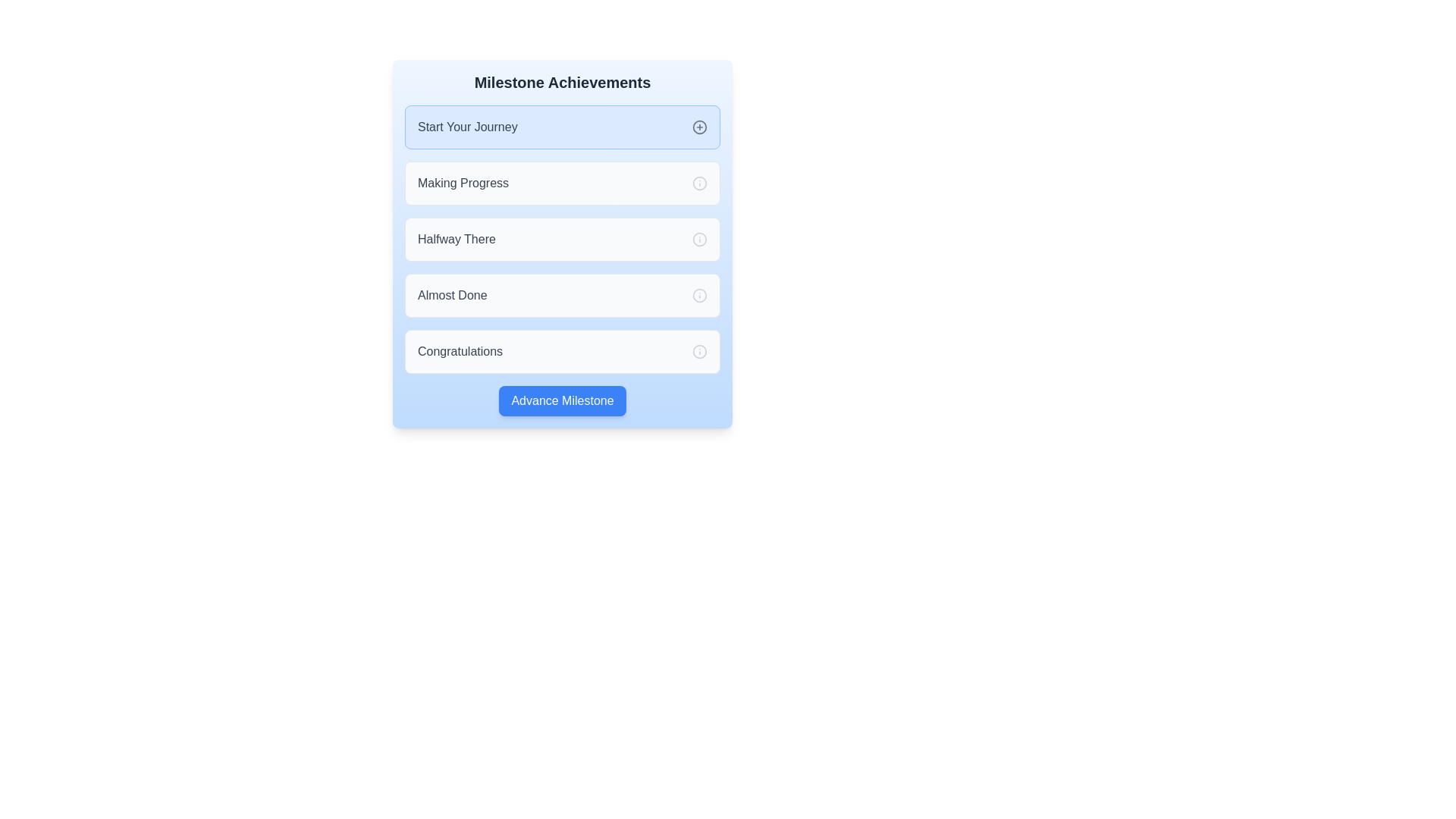  What do you see at coordinates (462, 183) in the screenshot?
I see `the Static Text Label displaying 'Making Progress'` at bounding box center [462, 183].